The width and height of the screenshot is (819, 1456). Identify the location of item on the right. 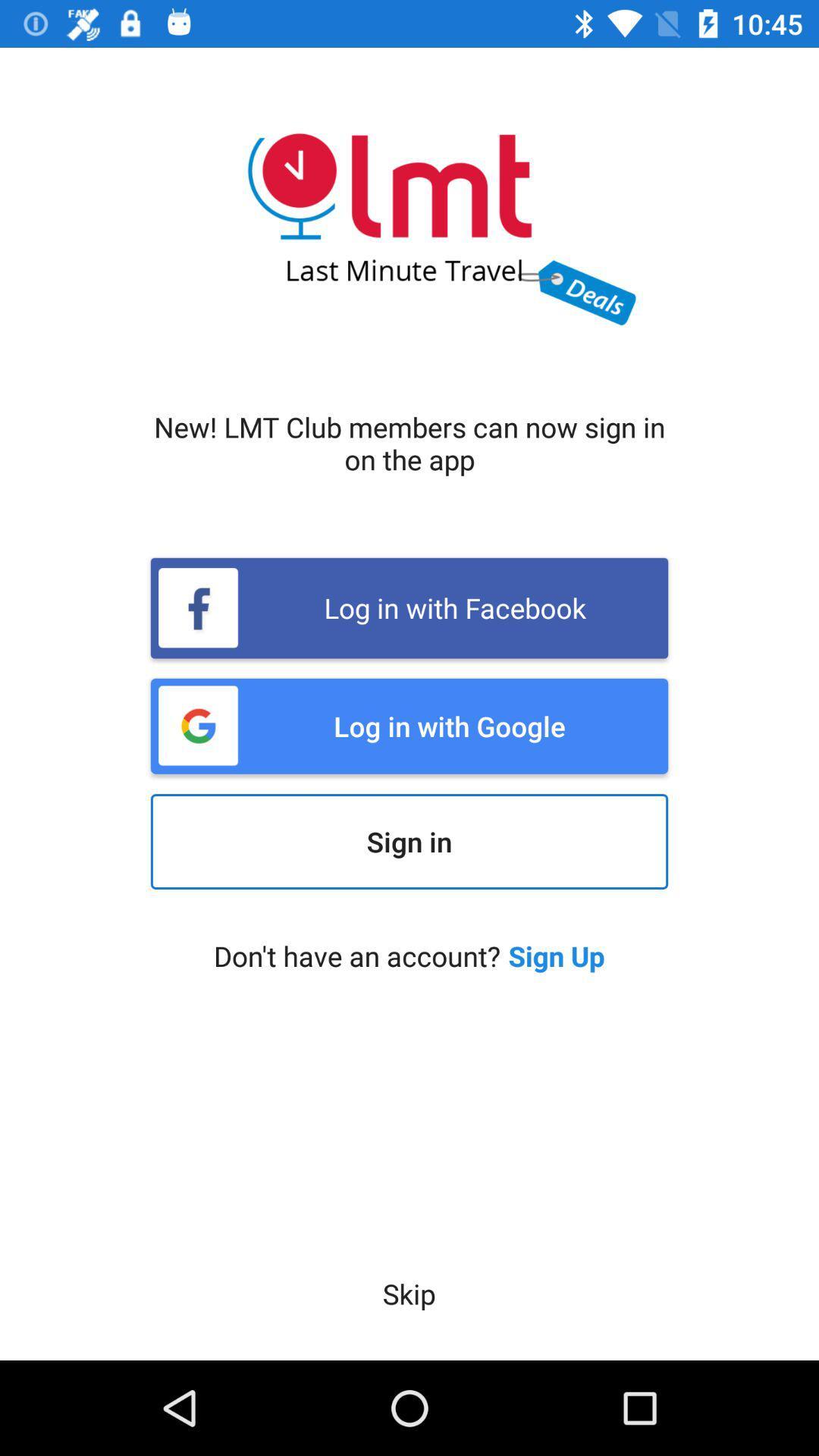
(557, 955).